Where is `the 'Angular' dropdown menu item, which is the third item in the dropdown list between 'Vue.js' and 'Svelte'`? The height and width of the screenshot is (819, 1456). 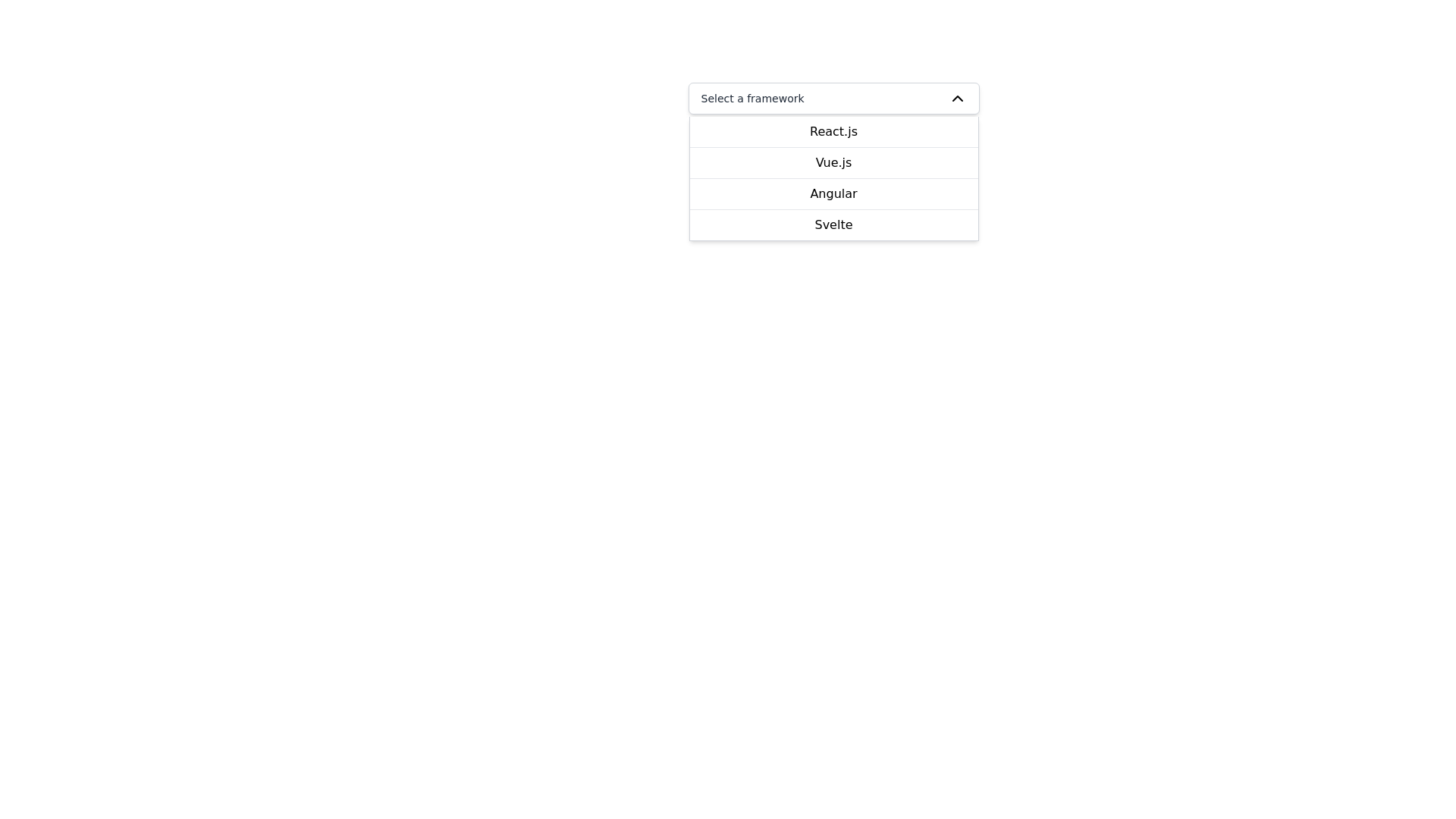
the 'Angular' dropdown menu item, which is the third item in the dropdown list between 'Vue.js' and 'Svelte' is located at coordinates (833, 193).